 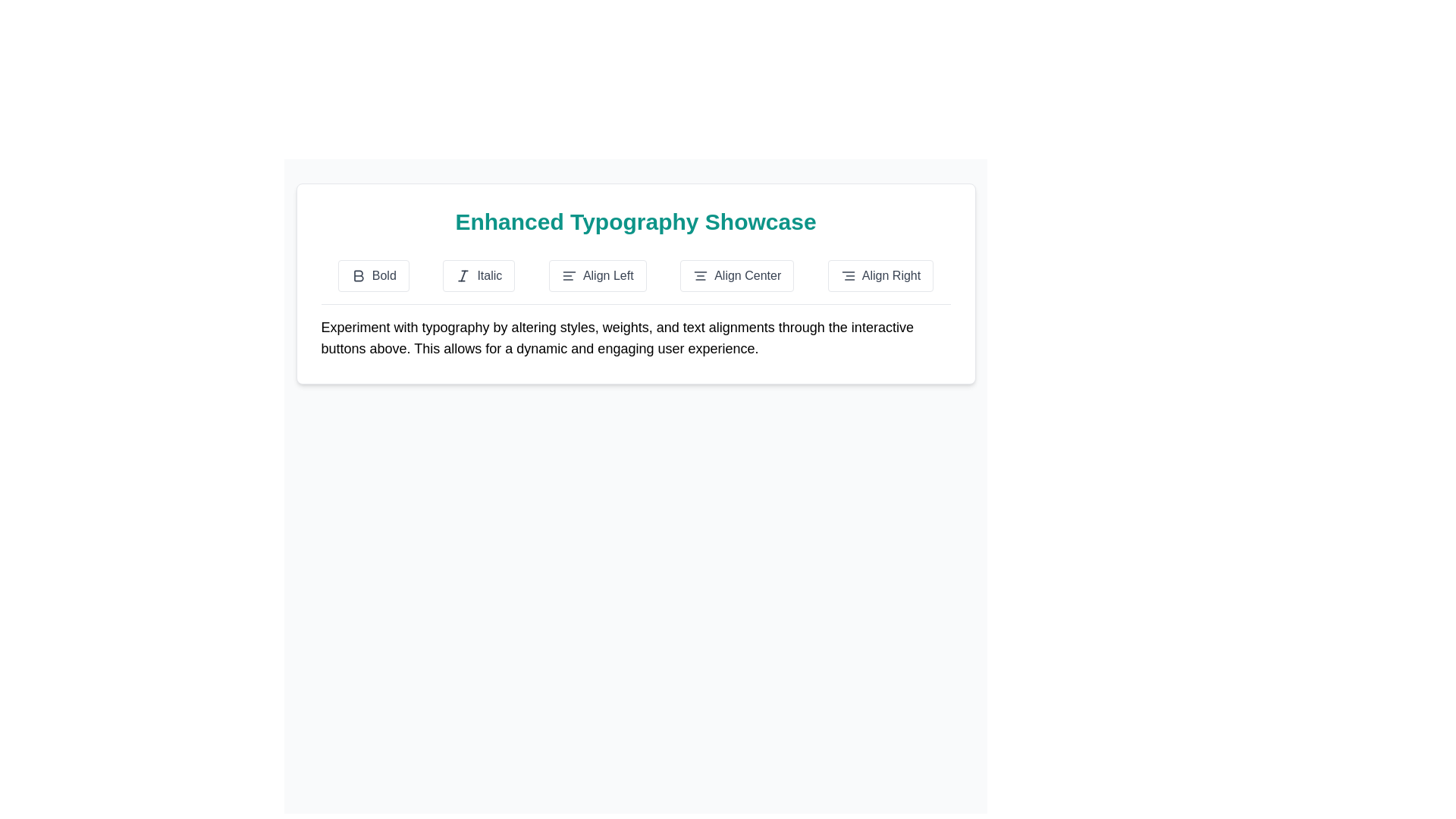 I want to click on the 'Align Center' button, which is a rounded rectangular button with a white background and gray text, located between the 'Align Left' and 'Align Right' buttons, so click(x=737, y=275).